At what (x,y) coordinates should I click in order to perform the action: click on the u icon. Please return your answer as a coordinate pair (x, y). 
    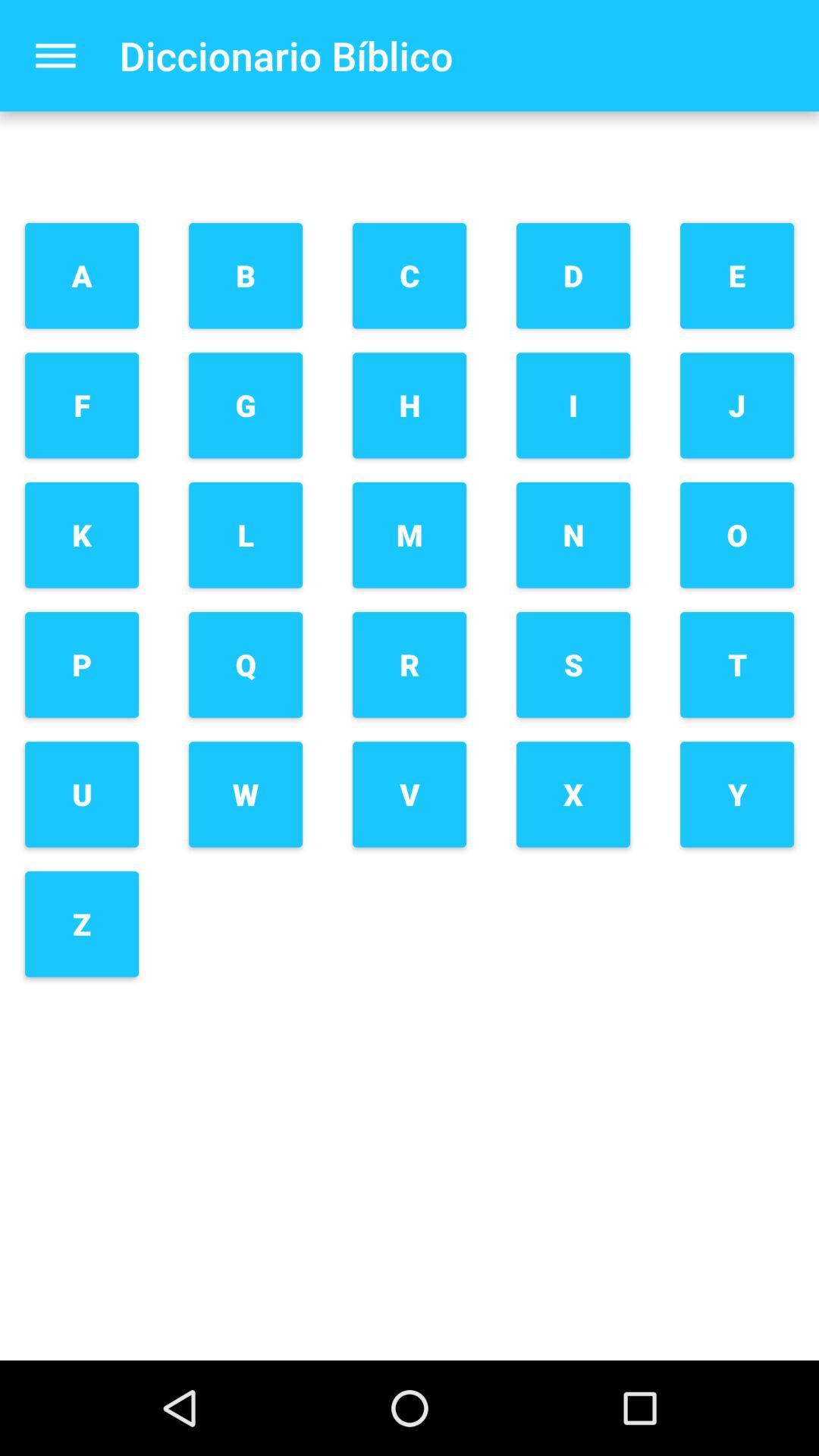
    Looking at the image, I should click on (82, 793).